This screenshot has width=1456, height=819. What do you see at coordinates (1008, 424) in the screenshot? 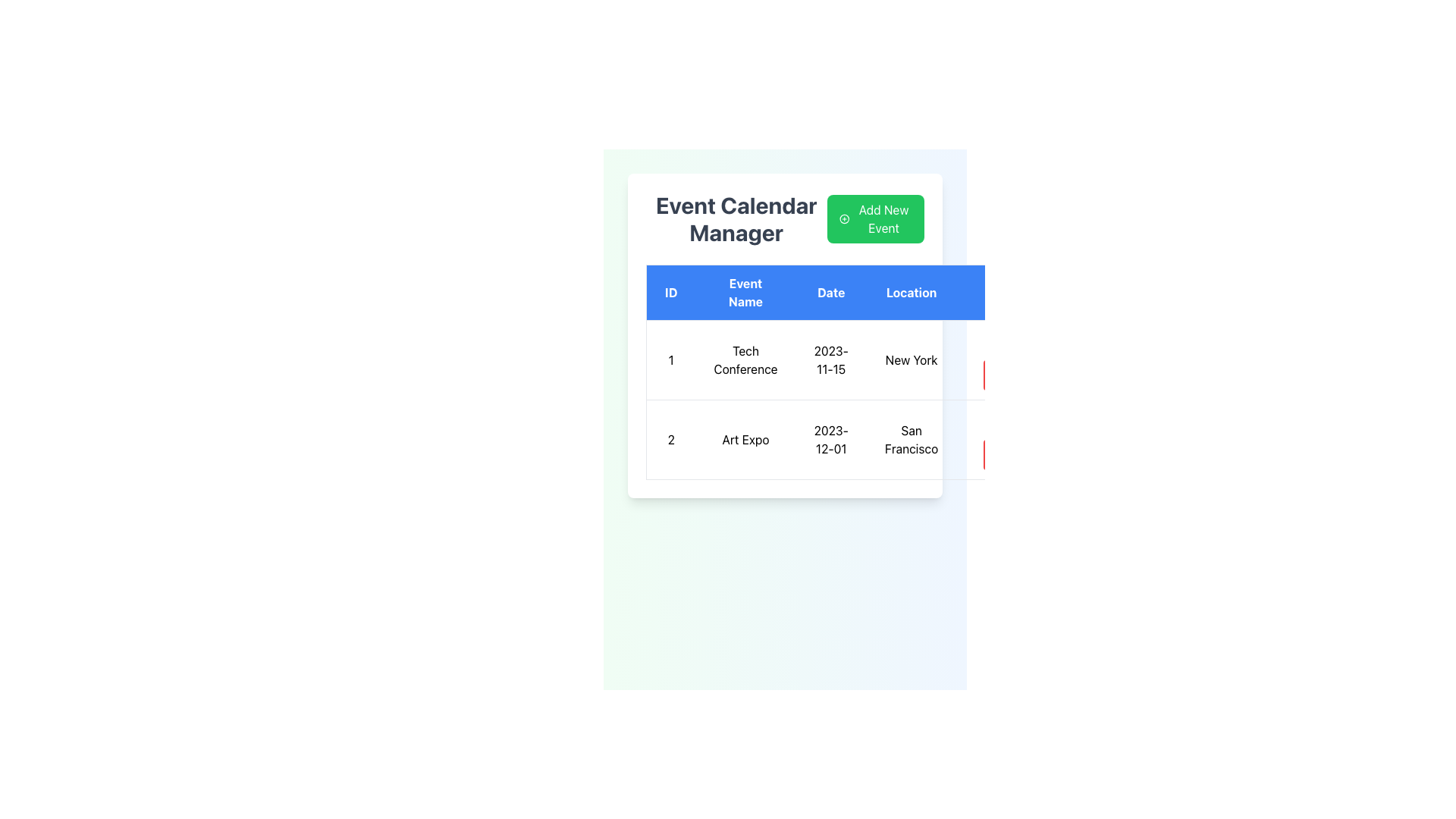
I see `the edit button located to the right of the 'Art Expo' event details row in the table` at bounding box center [1008, 424].